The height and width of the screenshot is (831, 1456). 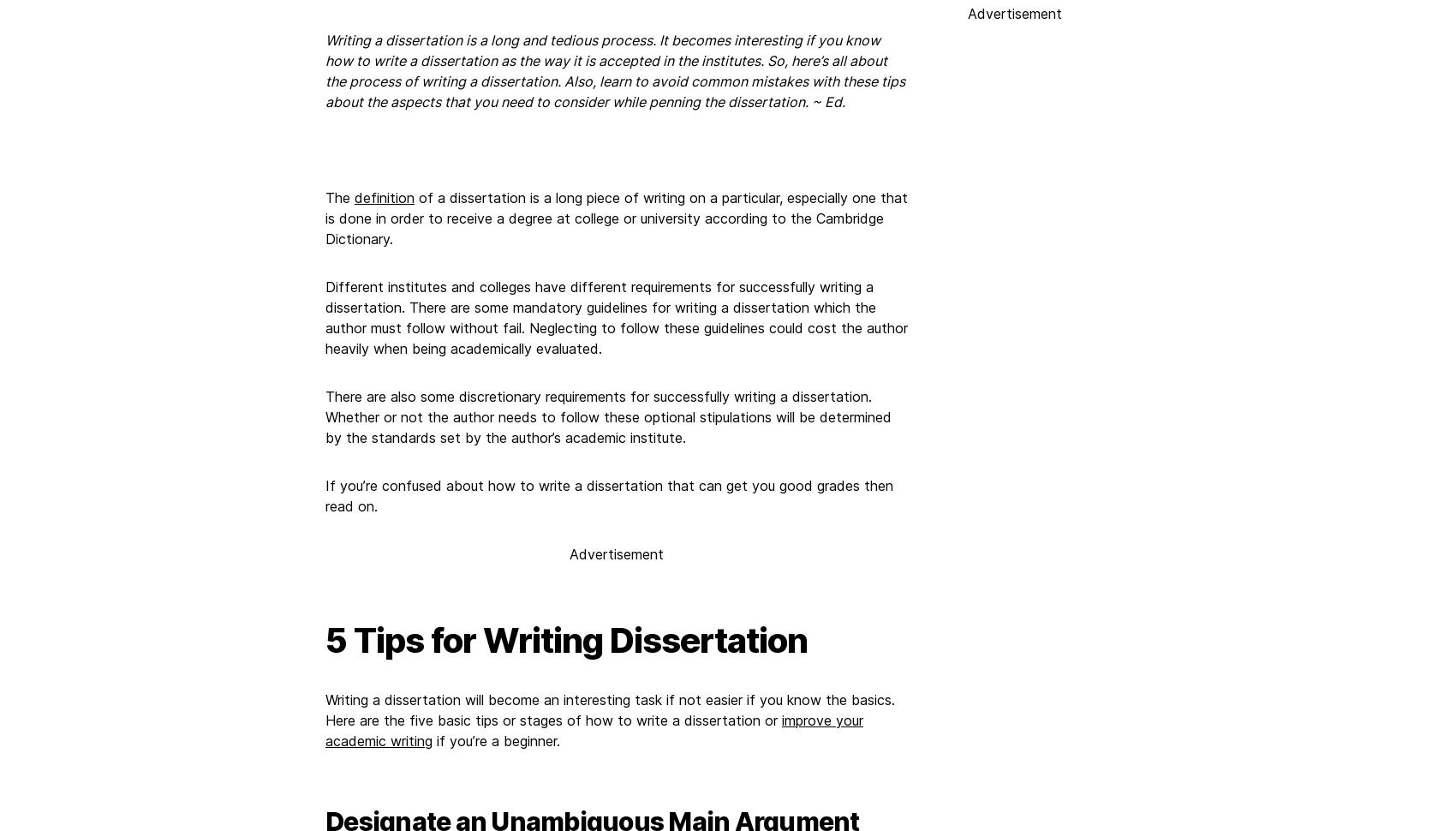 What do you see at coordinates (608, 417) in the screenshot?
I see `'There are also some discretionary requirements for successfully writing a dissertation. Whether or not the author needs to follow these optional stipulations will be determined by the standards set by the author’s academic institute.'` at bounding box center [608, 417].